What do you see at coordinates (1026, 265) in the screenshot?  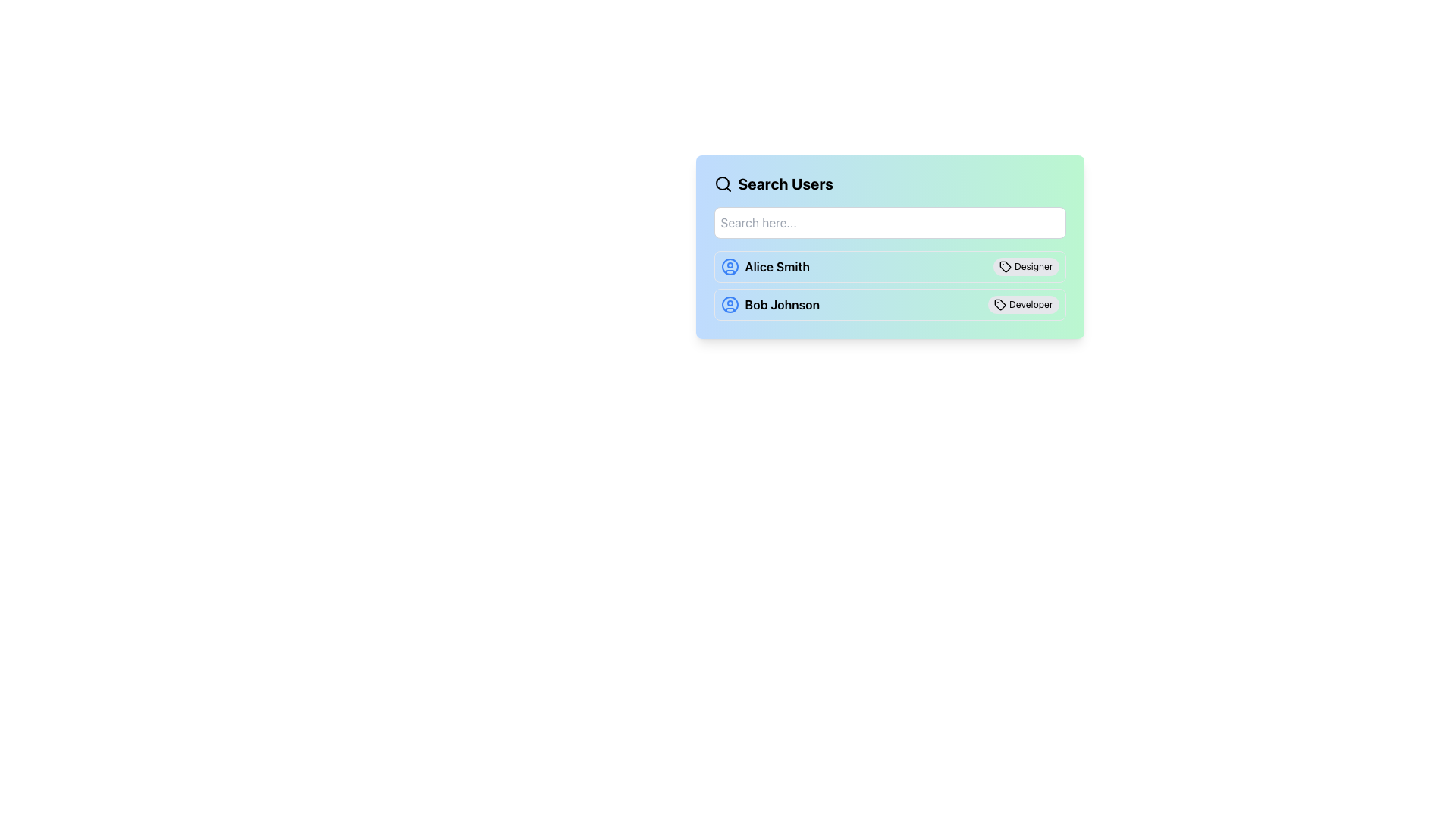 I see `the pill-shaped badge label with a gray background containing the 'Designer' text, located to the far right of the entry labeled 'Alice Smith'` at bounding box center [1026, 265].